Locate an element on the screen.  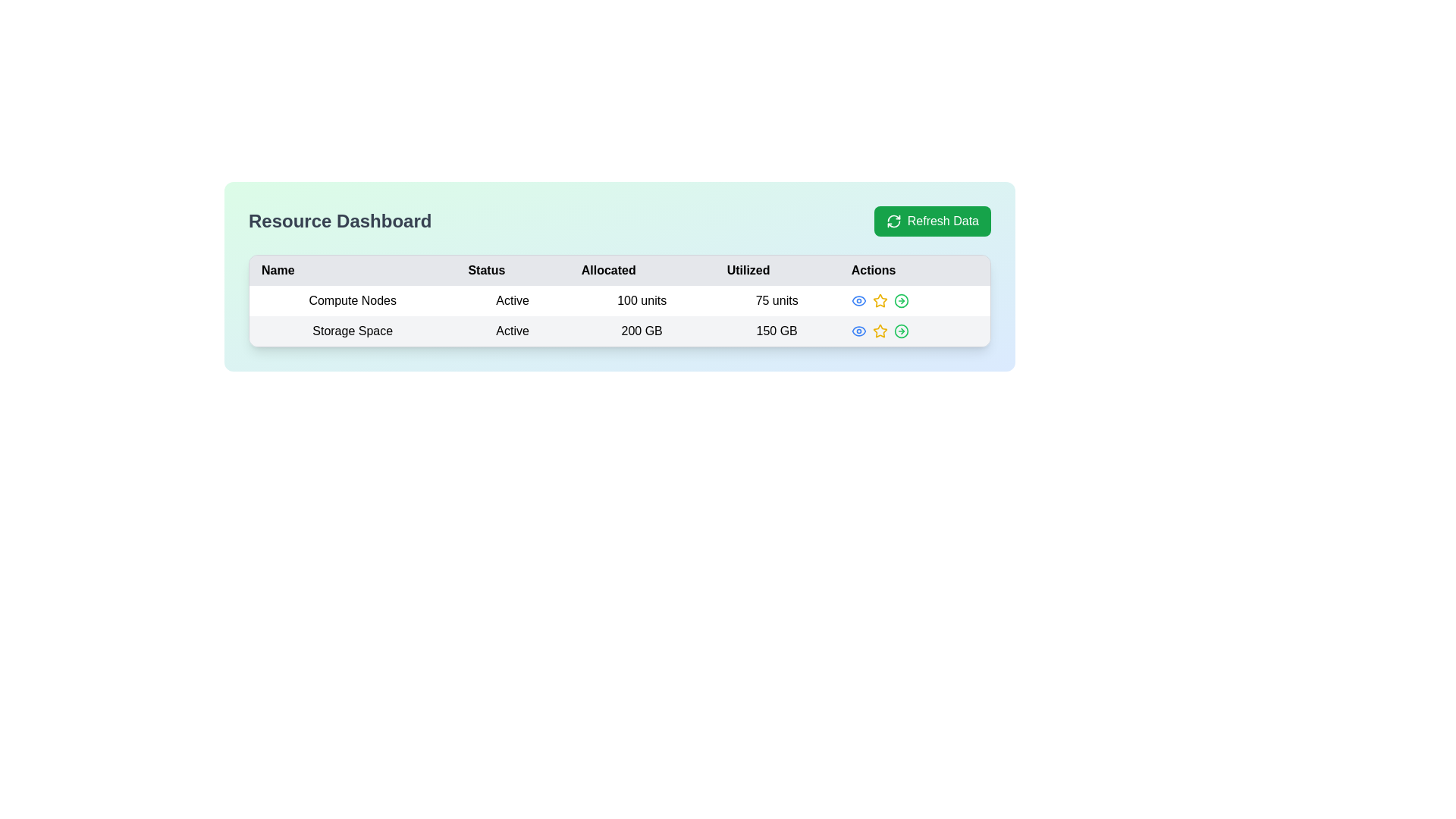
the central circular part of the SVG Circle element representing a right arrow in the 'Actions' column of the first row of the table is located at coordinates (901, 301).